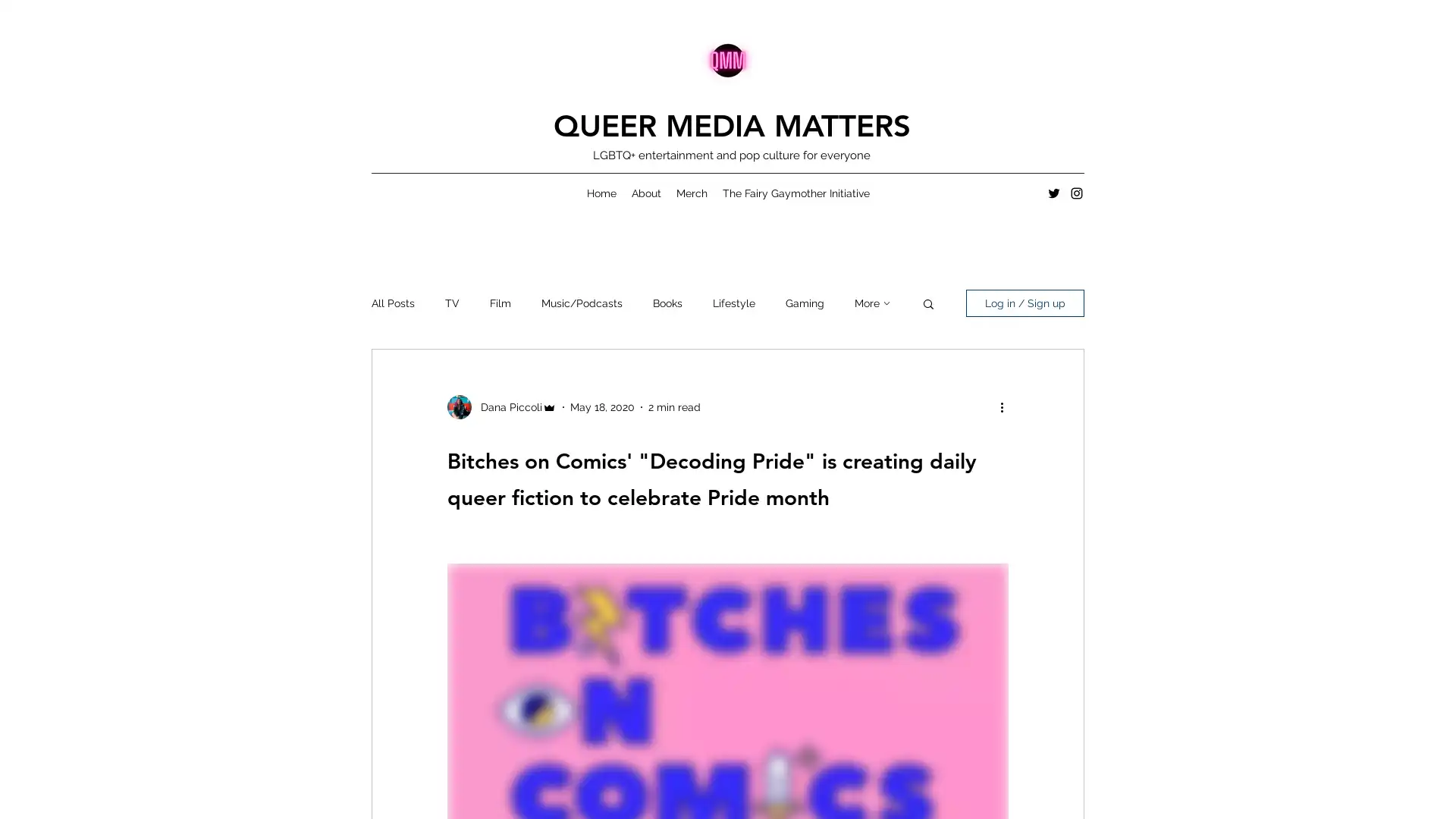  What do you see at coordinates (804, 303) in the screenshot?
I see `Gaming` at bounding box center [804, 303].